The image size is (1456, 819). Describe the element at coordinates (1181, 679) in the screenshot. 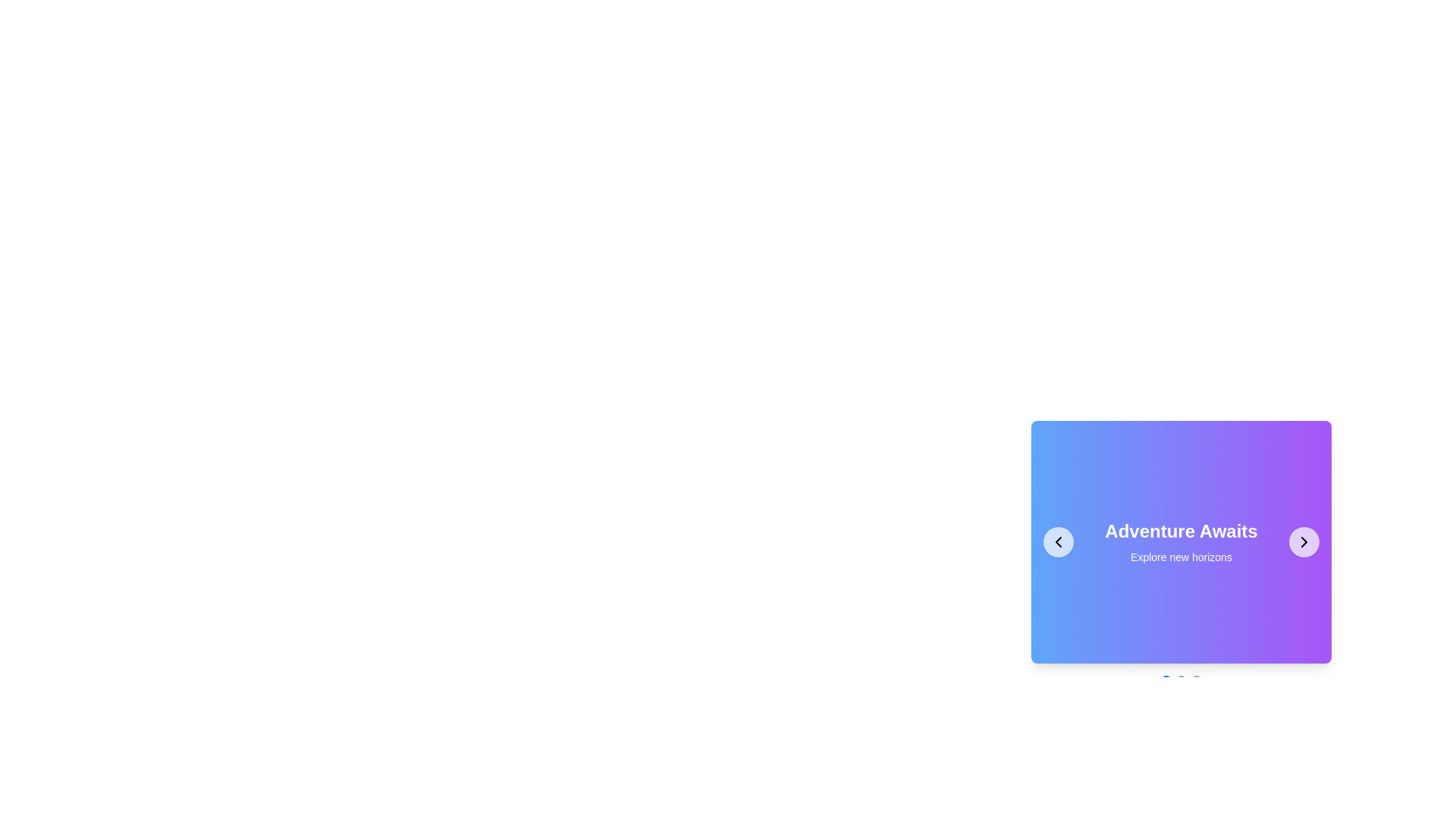

I see `the second gray circular dot in the pagination indicator row located beneath the 'Adventure Awaits' card` at that location.